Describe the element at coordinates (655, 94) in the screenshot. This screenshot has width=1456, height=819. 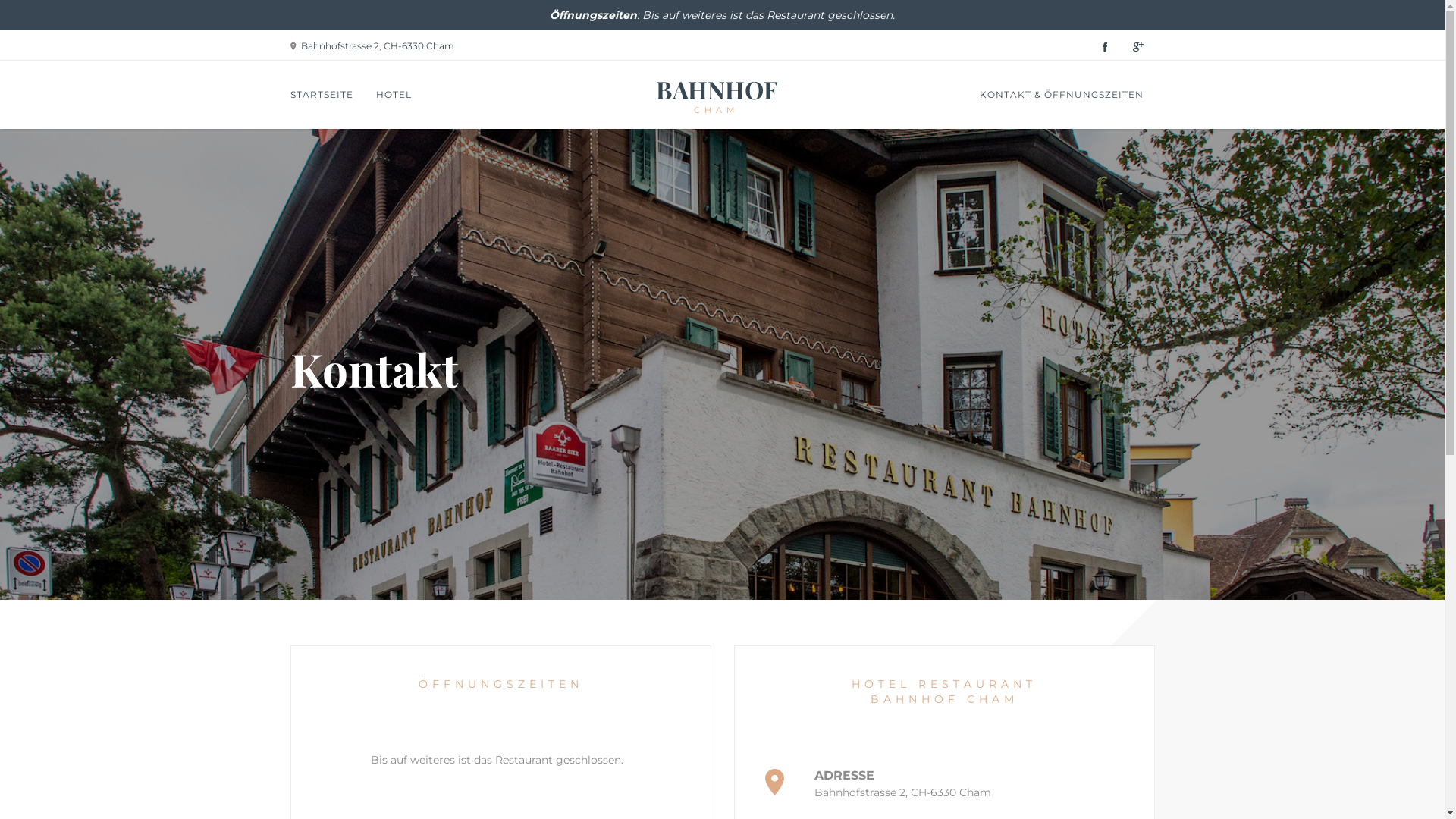
I see `'BAHNHOF` at that location.